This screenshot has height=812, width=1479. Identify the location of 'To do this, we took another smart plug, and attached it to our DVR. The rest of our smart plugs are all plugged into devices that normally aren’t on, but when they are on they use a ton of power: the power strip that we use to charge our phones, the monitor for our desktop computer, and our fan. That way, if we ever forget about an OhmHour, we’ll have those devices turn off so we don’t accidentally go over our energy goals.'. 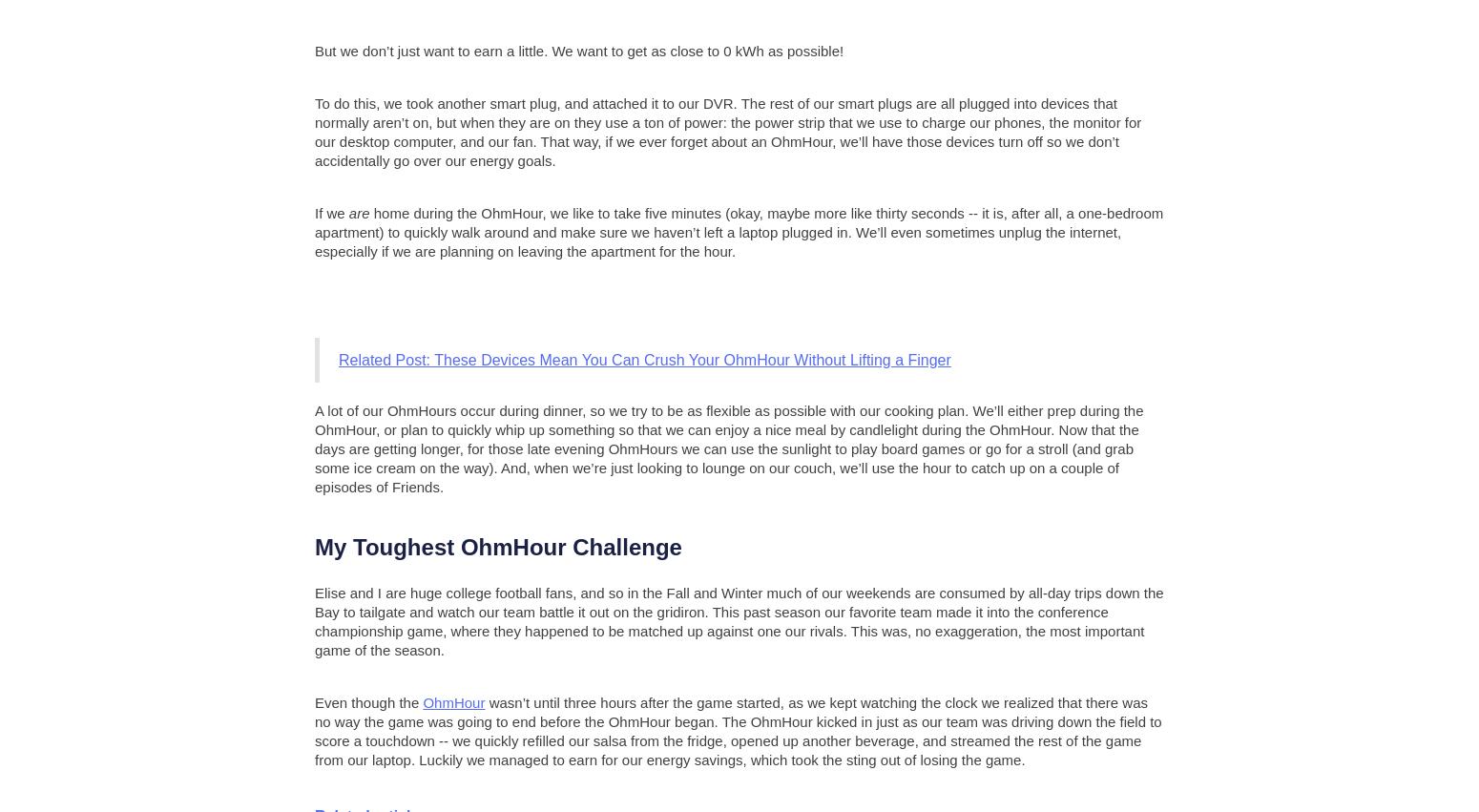
(313, 131).